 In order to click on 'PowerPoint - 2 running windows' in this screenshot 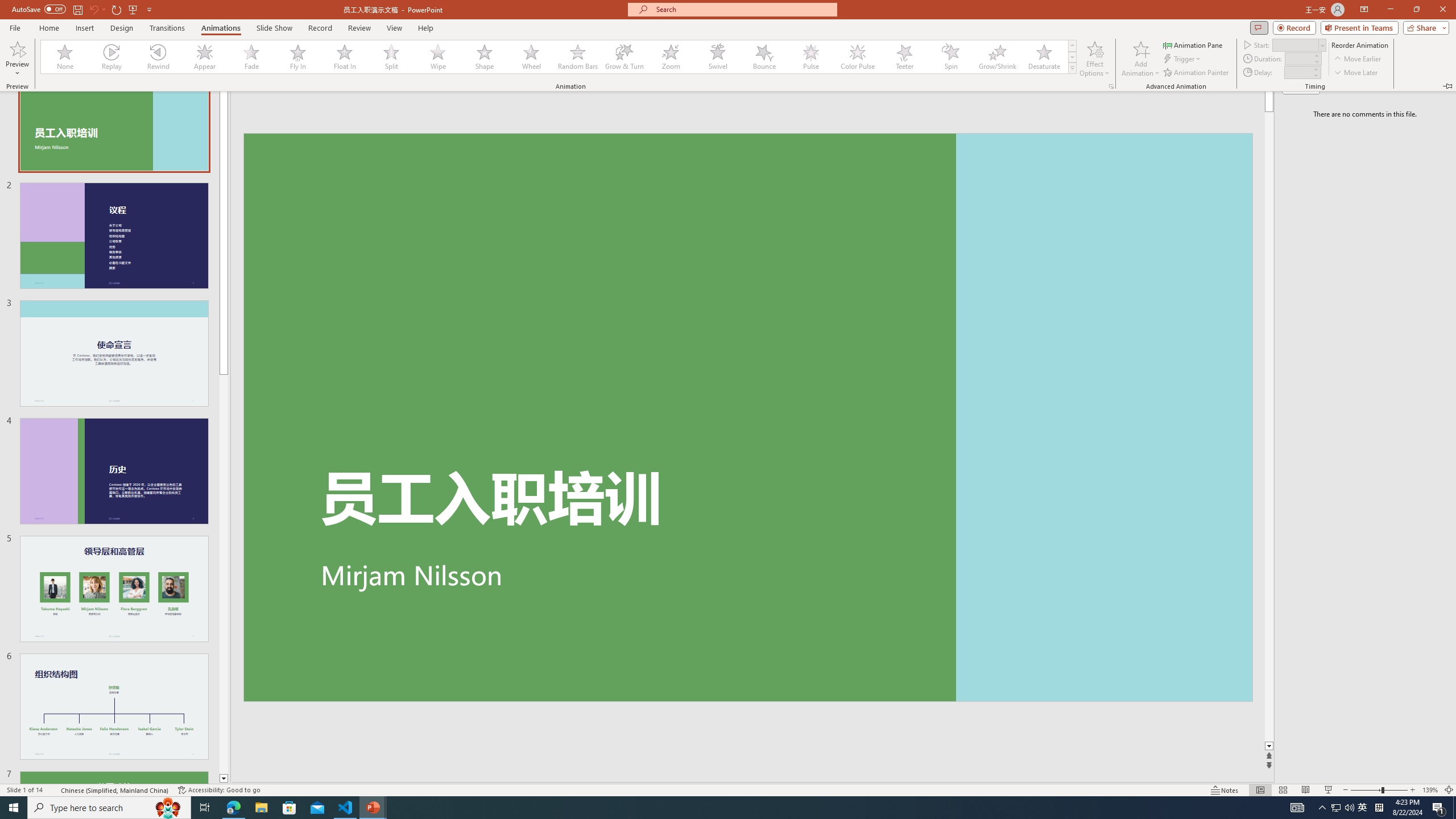, I will do `click(373, 806)`.